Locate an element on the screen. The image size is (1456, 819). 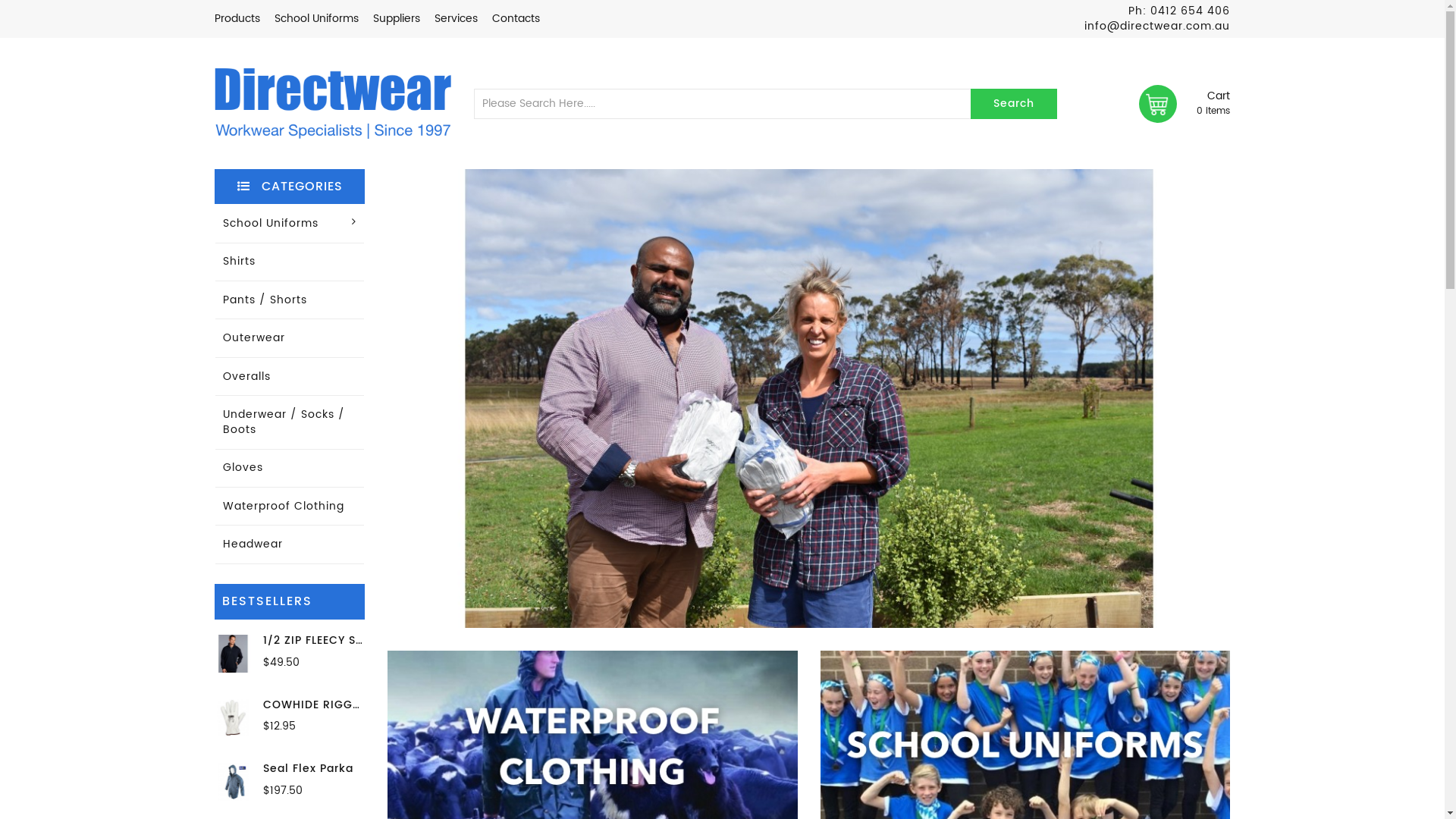
'Search' is located at coordinates (971, 103).